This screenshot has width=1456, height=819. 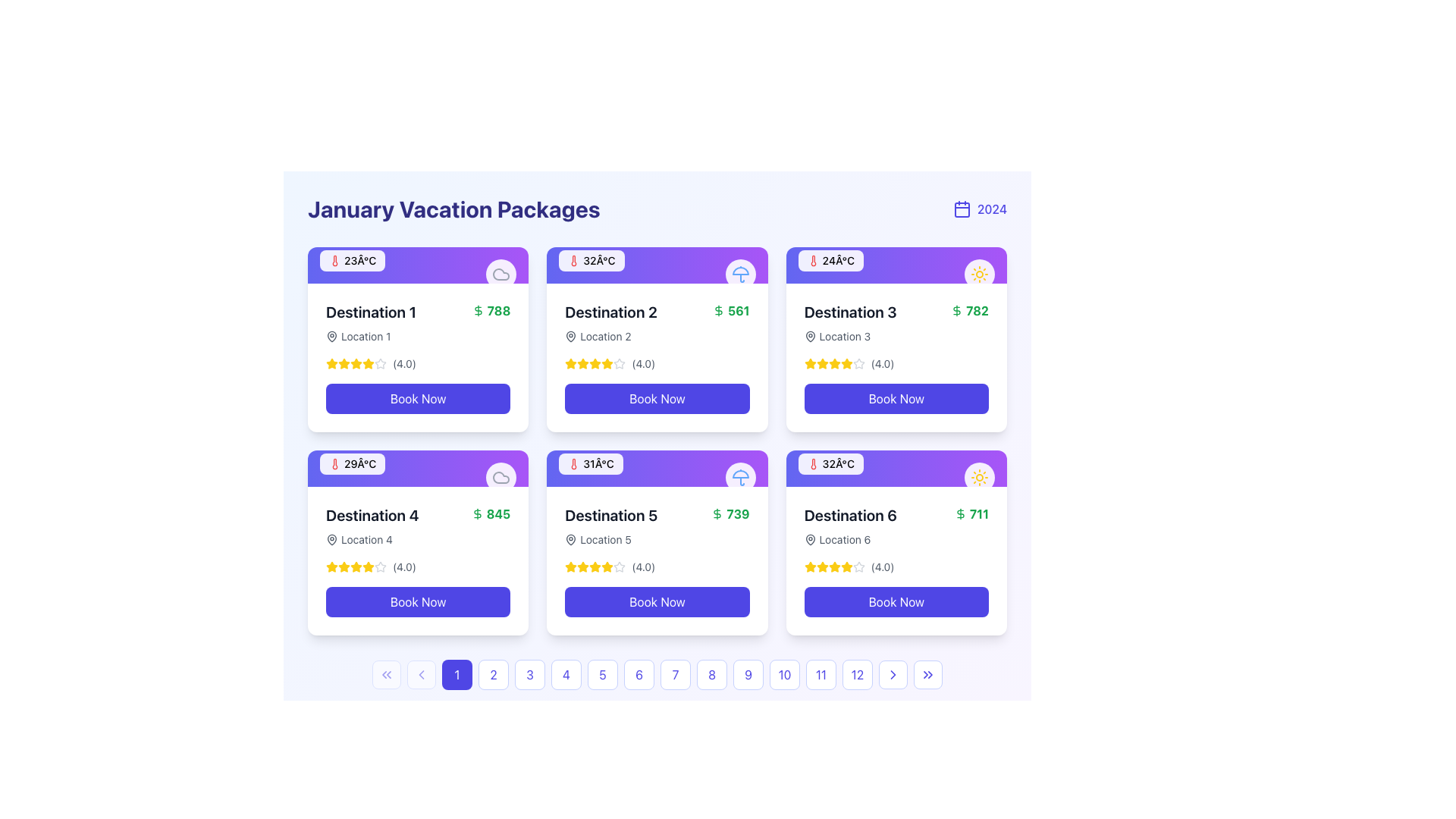 What do you see at coordinates (356, 567) in the screenshot?
I see `the fifth yellow star icon in the rating display for 'Destination 4', indicating a filled state in the review system` at bounding box center [356, 567].